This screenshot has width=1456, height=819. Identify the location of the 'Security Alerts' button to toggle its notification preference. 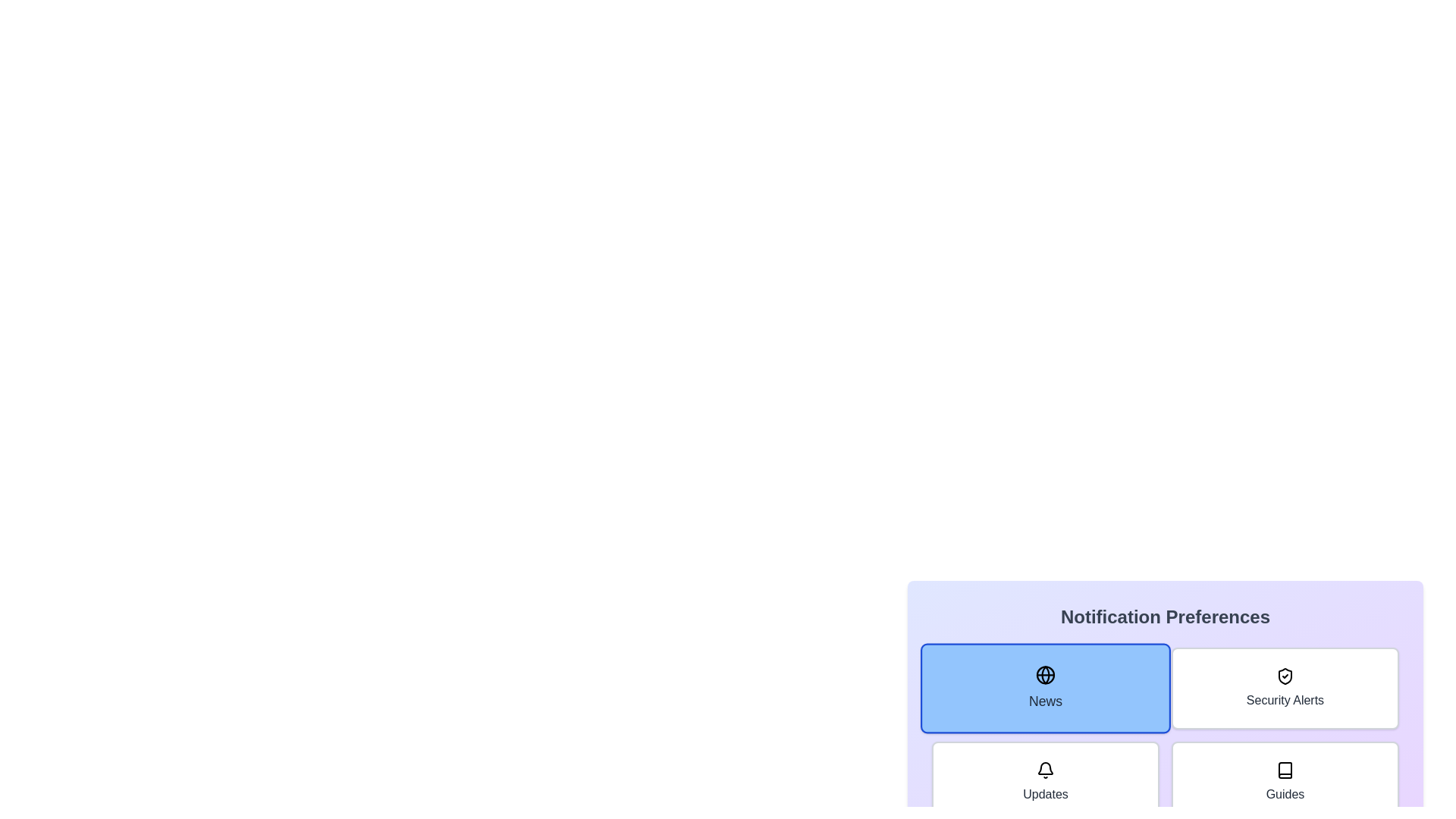
(1284, 688).